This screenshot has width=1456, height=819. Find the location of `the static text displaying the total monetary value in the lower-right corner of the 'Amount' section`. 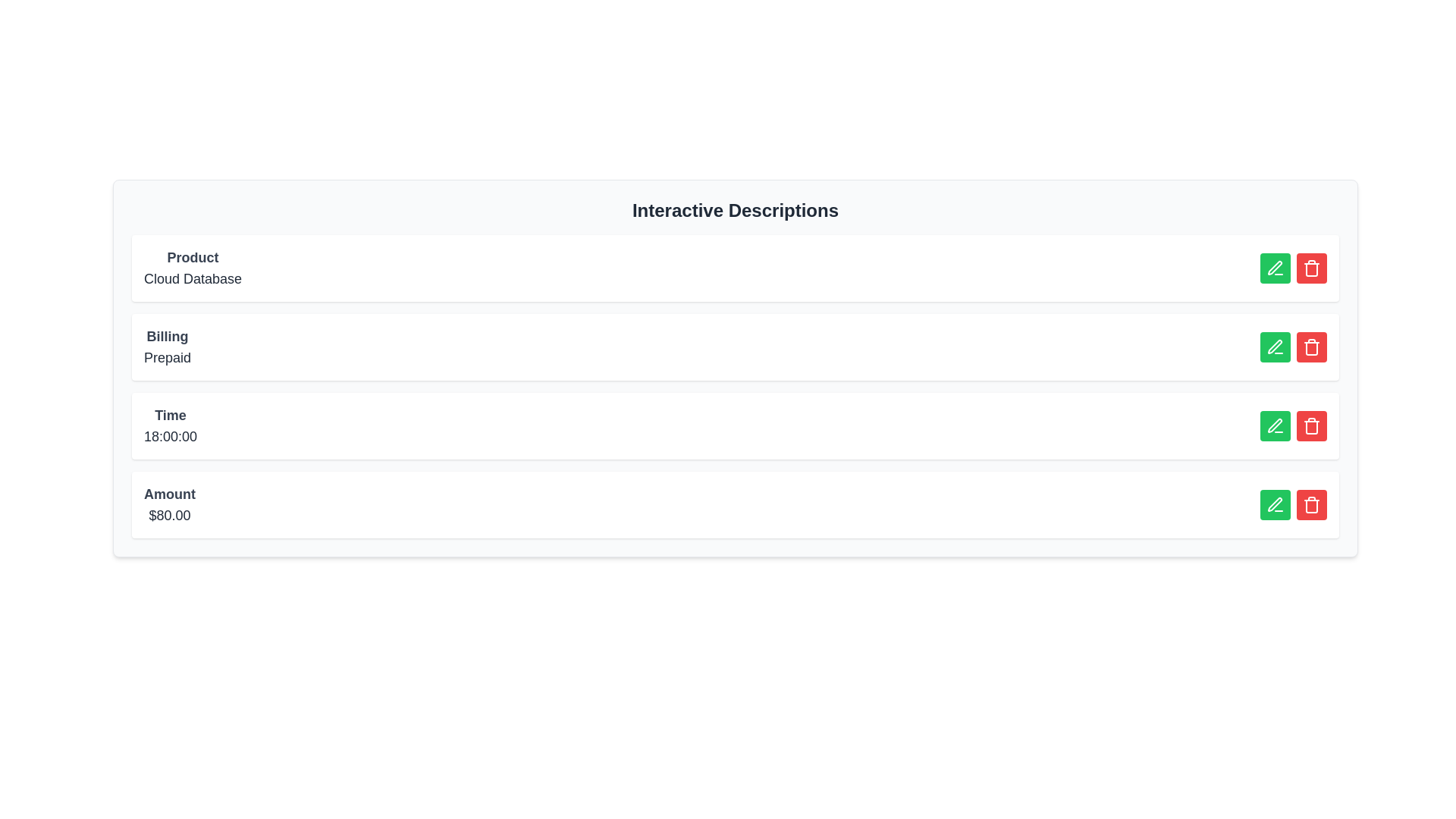

the static text displaying the total monetary value in the lower-right corner of the 'Amount' section is located at coordinates (170, 514).